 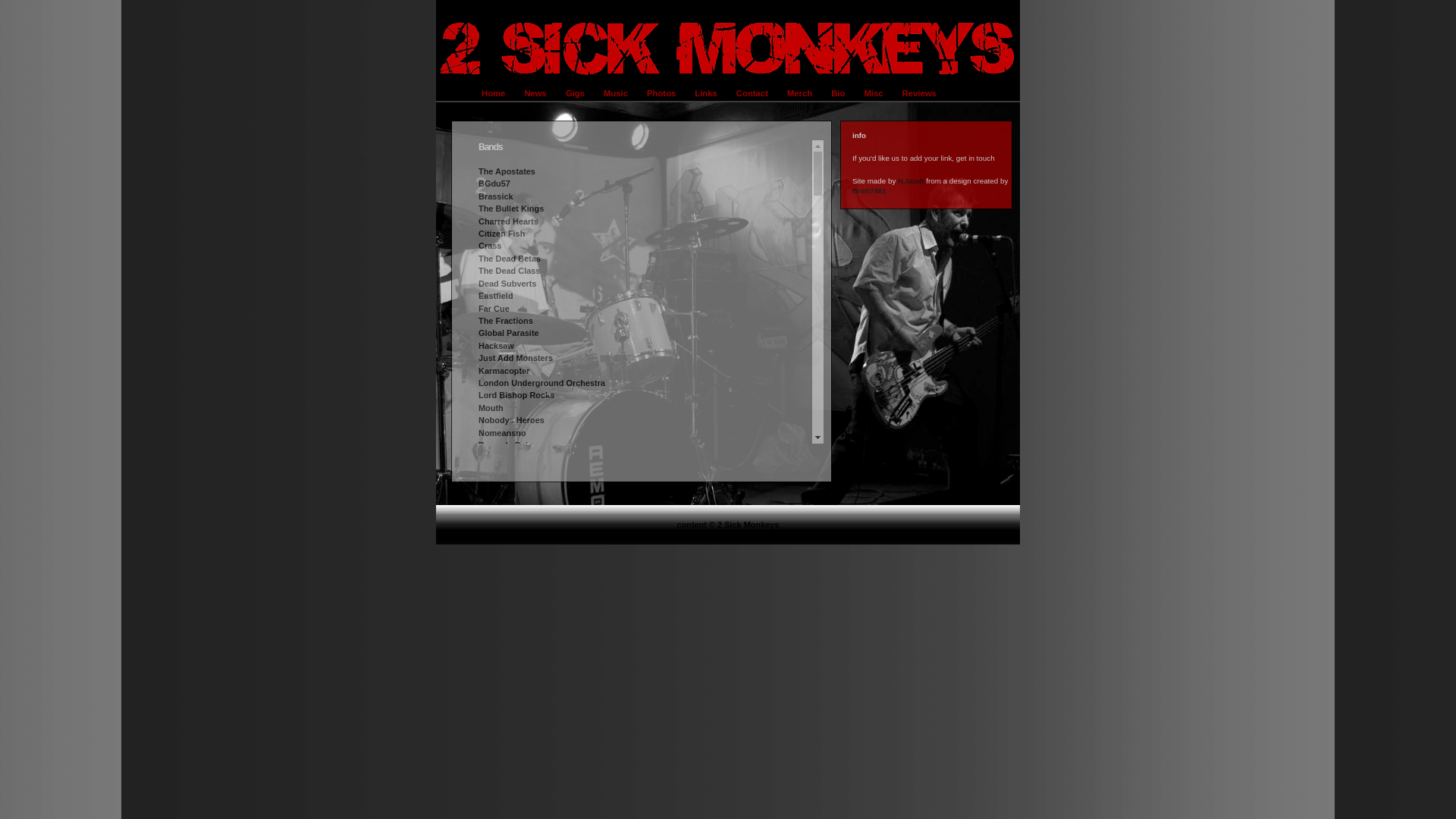 What do you see at coordinates (501, 234) in the screenshot?
I see `'Citizen Fish'` at bounding box center [501, 234].